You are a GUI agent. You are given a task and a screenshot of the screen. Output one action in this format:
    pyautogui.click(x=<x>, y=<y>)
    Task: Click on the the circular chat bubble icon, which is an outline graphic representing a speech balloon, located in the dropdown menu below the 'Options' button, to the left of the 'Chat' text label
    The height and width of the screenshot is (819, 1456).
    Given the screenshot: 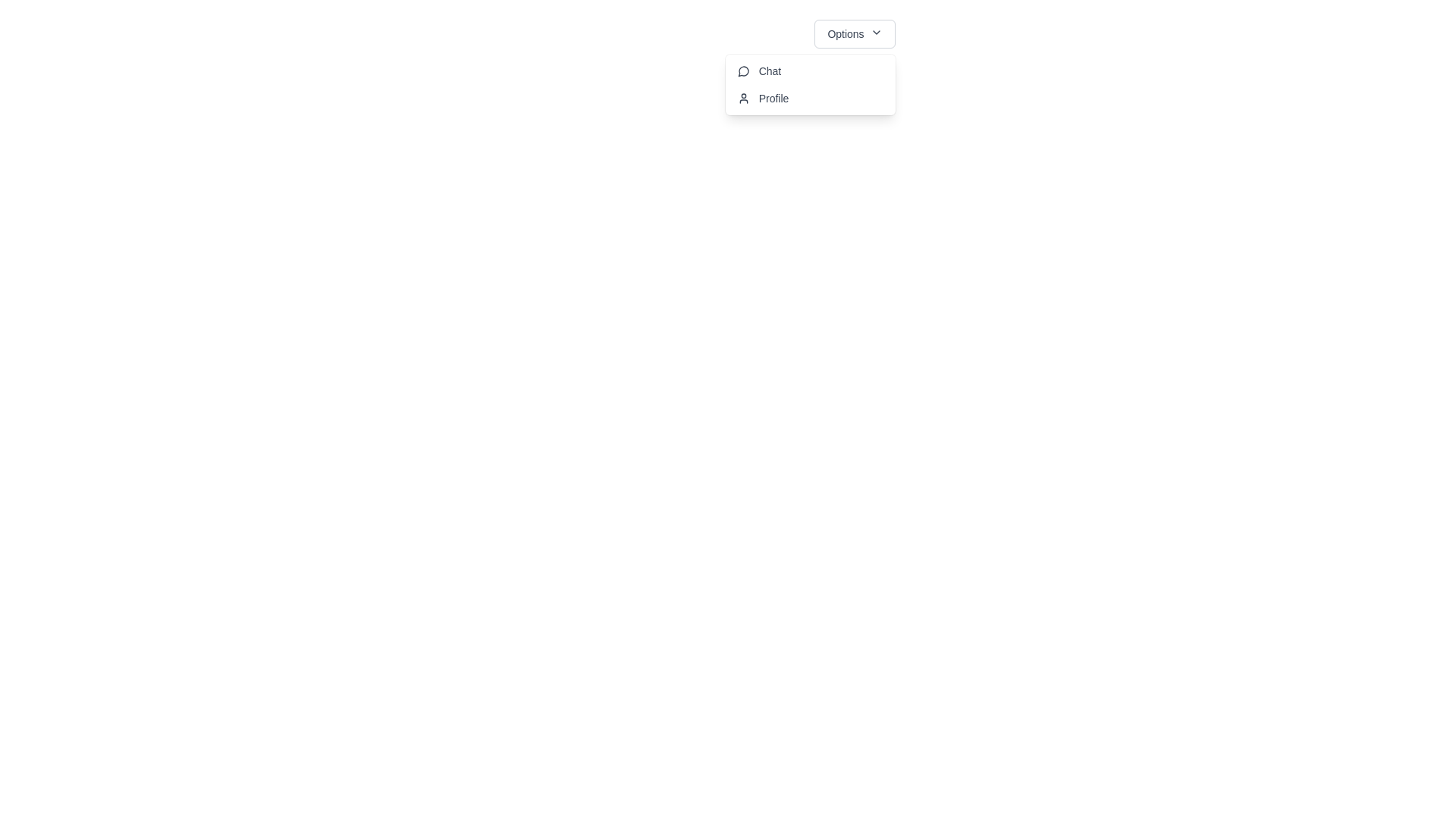 What is the action you would take?
    pyautogui.click(x=743, y=71)
    